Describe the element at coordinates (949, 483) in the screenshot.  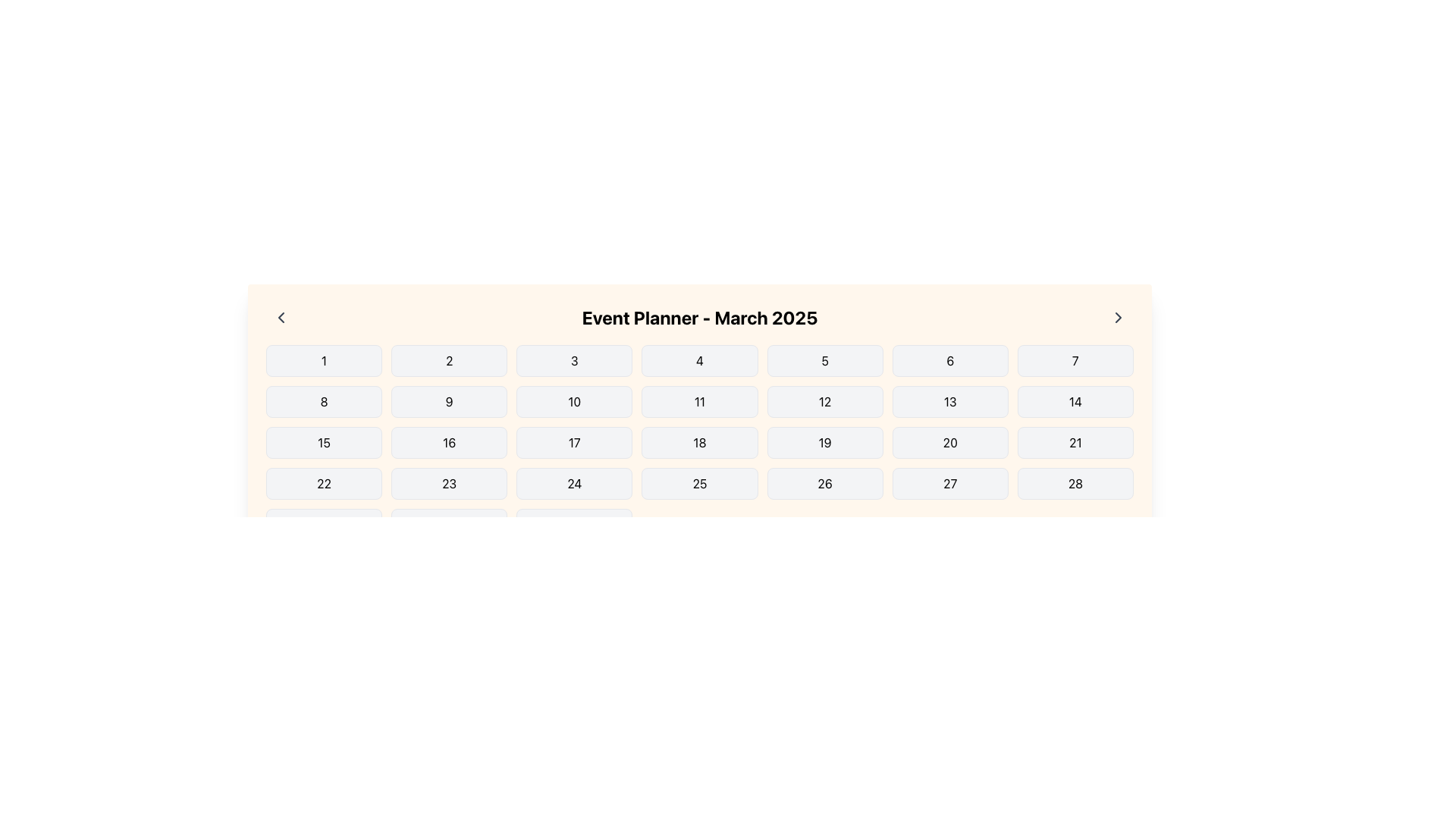
I see `the date selection button representing the date '27' in the calendar view` at that location.